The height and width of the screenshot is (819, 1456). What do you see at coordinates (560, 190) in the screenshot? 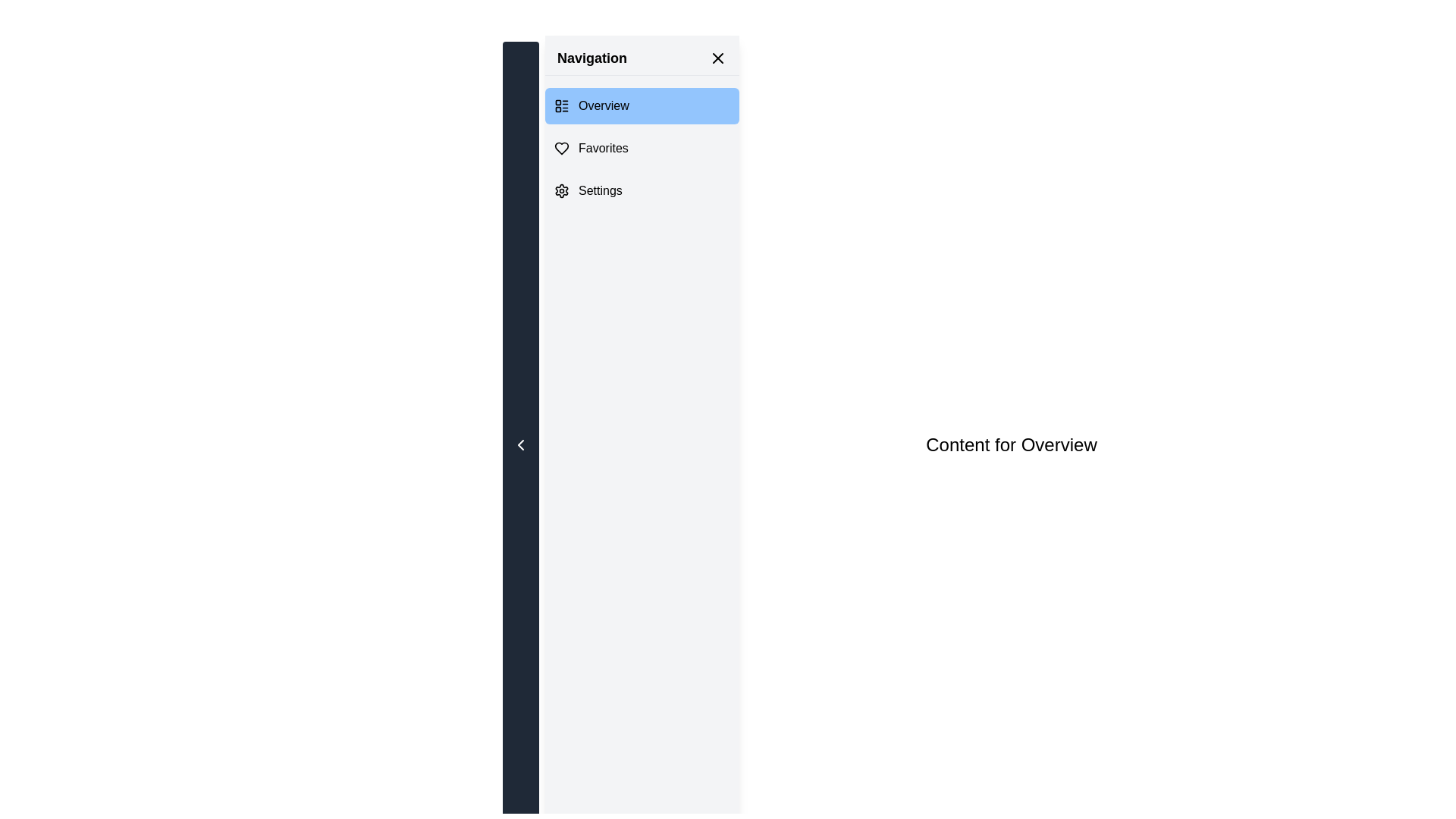
I see `the 'Settings' icon located in the sidebar, which is the leftmost component of the 'Settings' entry` at bounding box center [560, 190].